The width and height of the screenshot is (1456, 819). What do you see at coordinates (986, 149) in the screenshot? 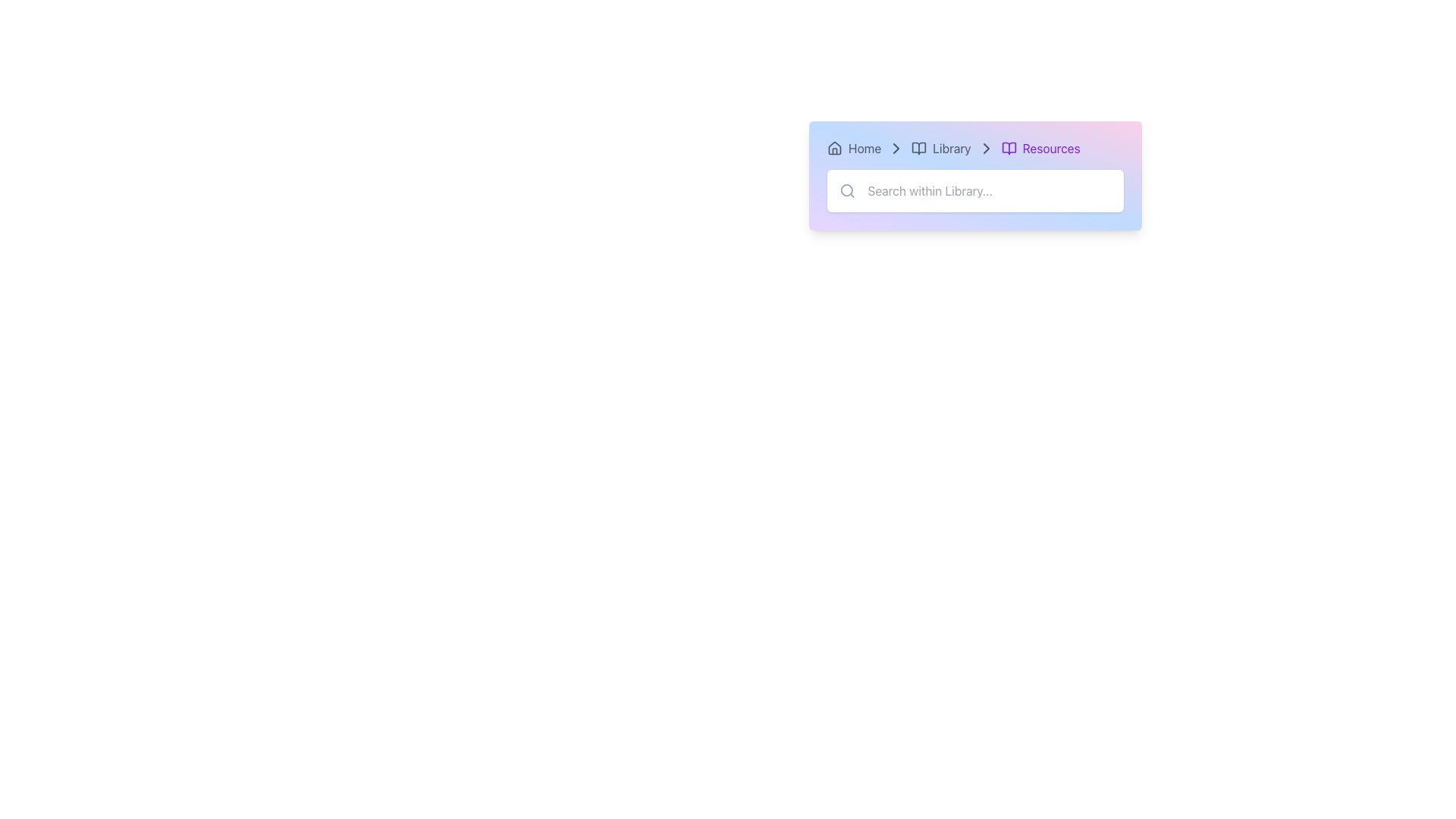
I see `the chevron icon that visually separates 'Home' and 'Library' in the breadcrumb navigation bar` at bounding box center [986, 149].